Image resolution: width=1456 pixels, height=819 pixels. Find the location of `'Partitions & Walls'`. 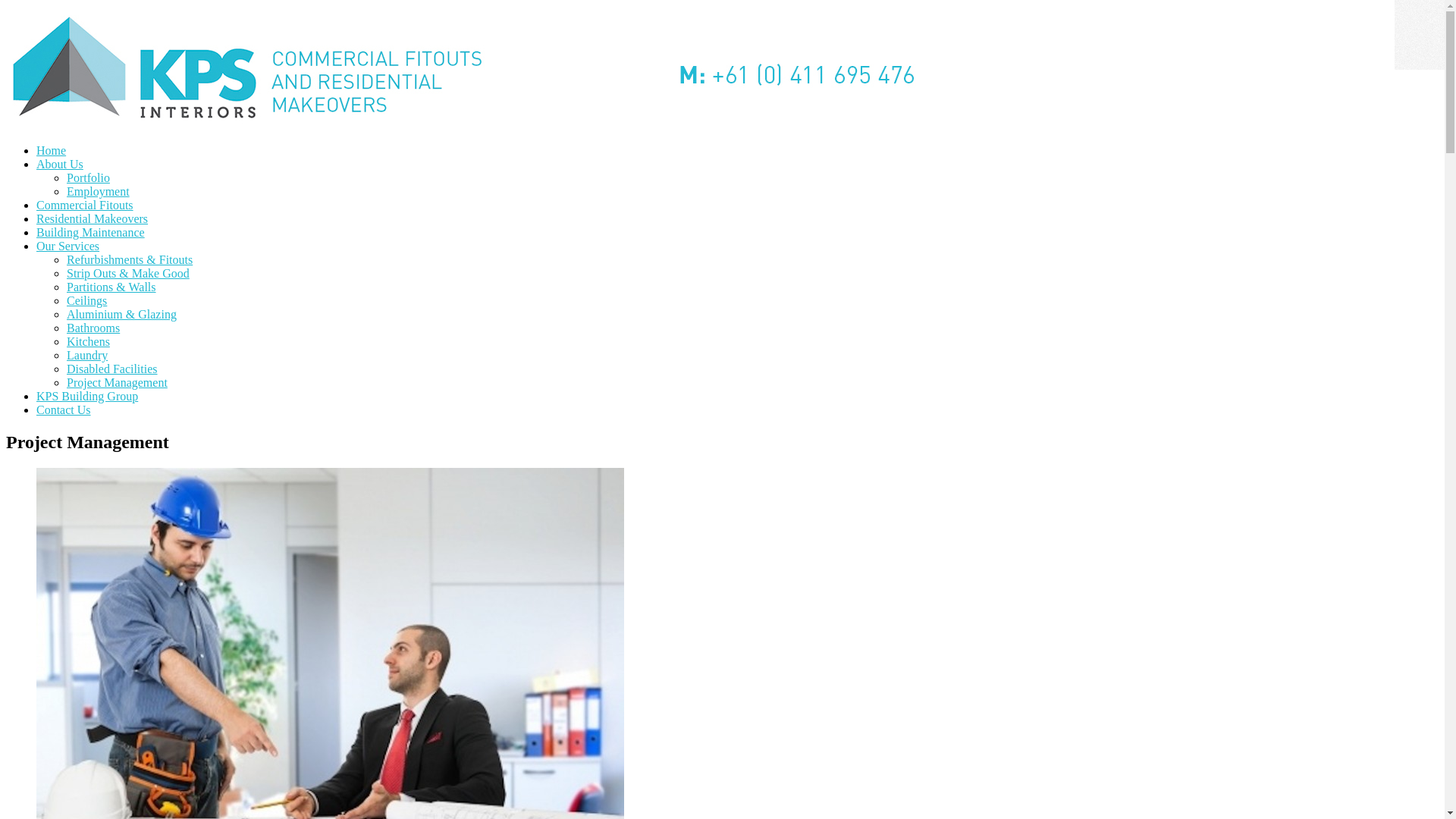

'Partitions & Walls' is located at coordinates (111, 287).